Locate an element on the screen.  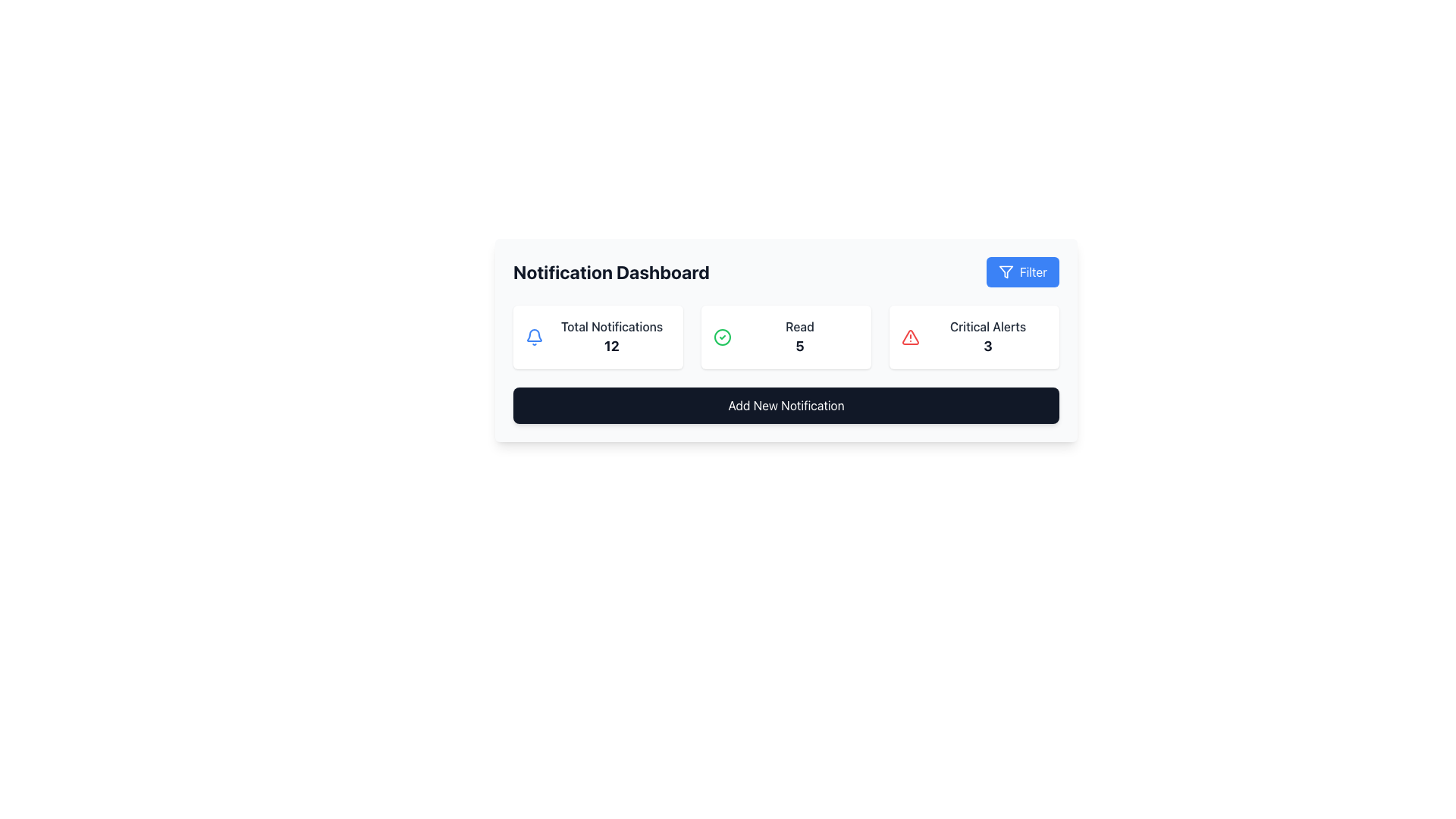
critical alert count displayed in the Text element located in the 'Critical Alerts' section of the notification dashboard, below the 'Critical Alerts' label and next to the warning icon is located at coordinates (987, 346).